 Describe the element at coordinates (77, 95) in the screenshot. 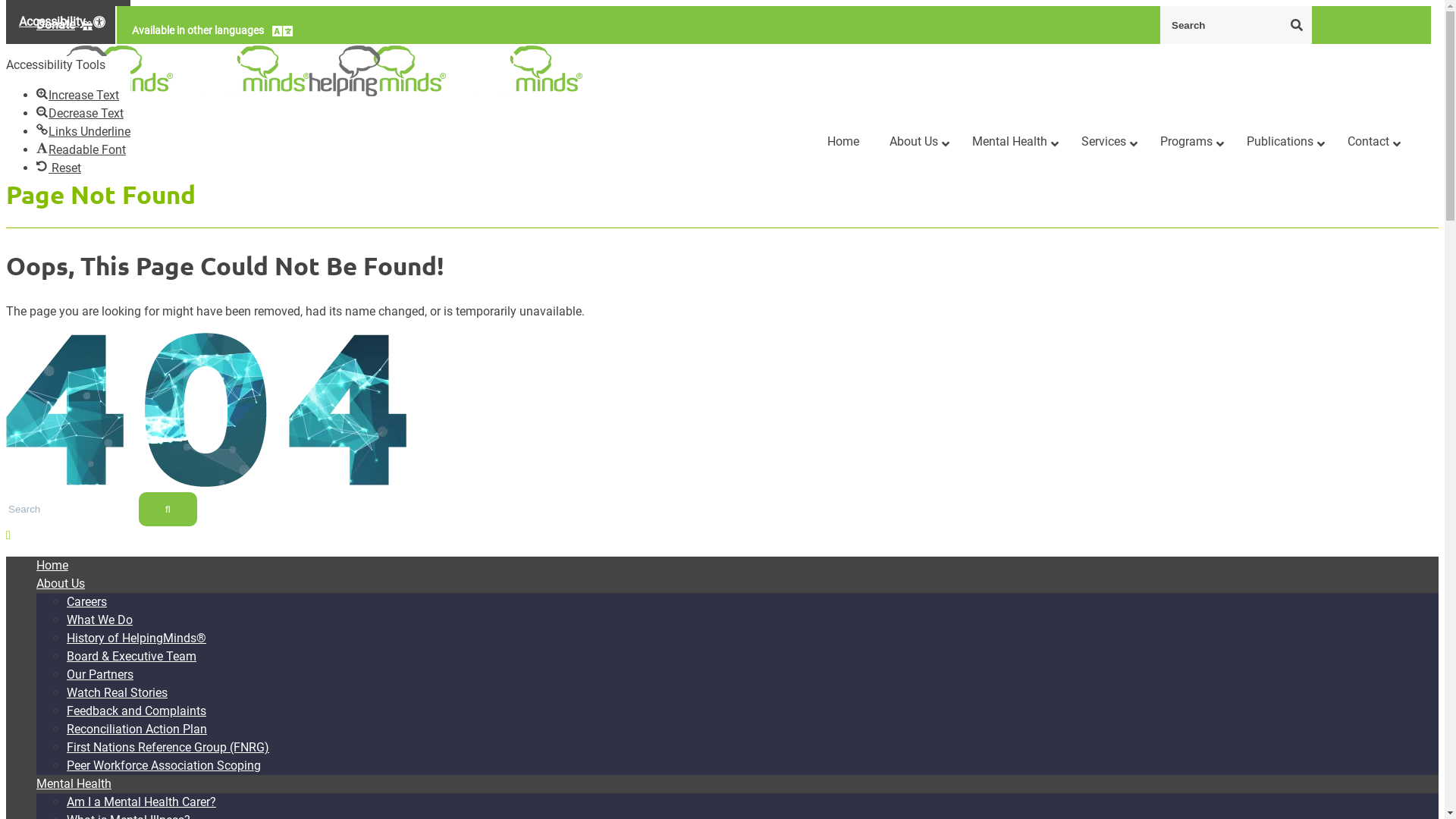

I see `'Increase TextIncrease Text'` at that location.